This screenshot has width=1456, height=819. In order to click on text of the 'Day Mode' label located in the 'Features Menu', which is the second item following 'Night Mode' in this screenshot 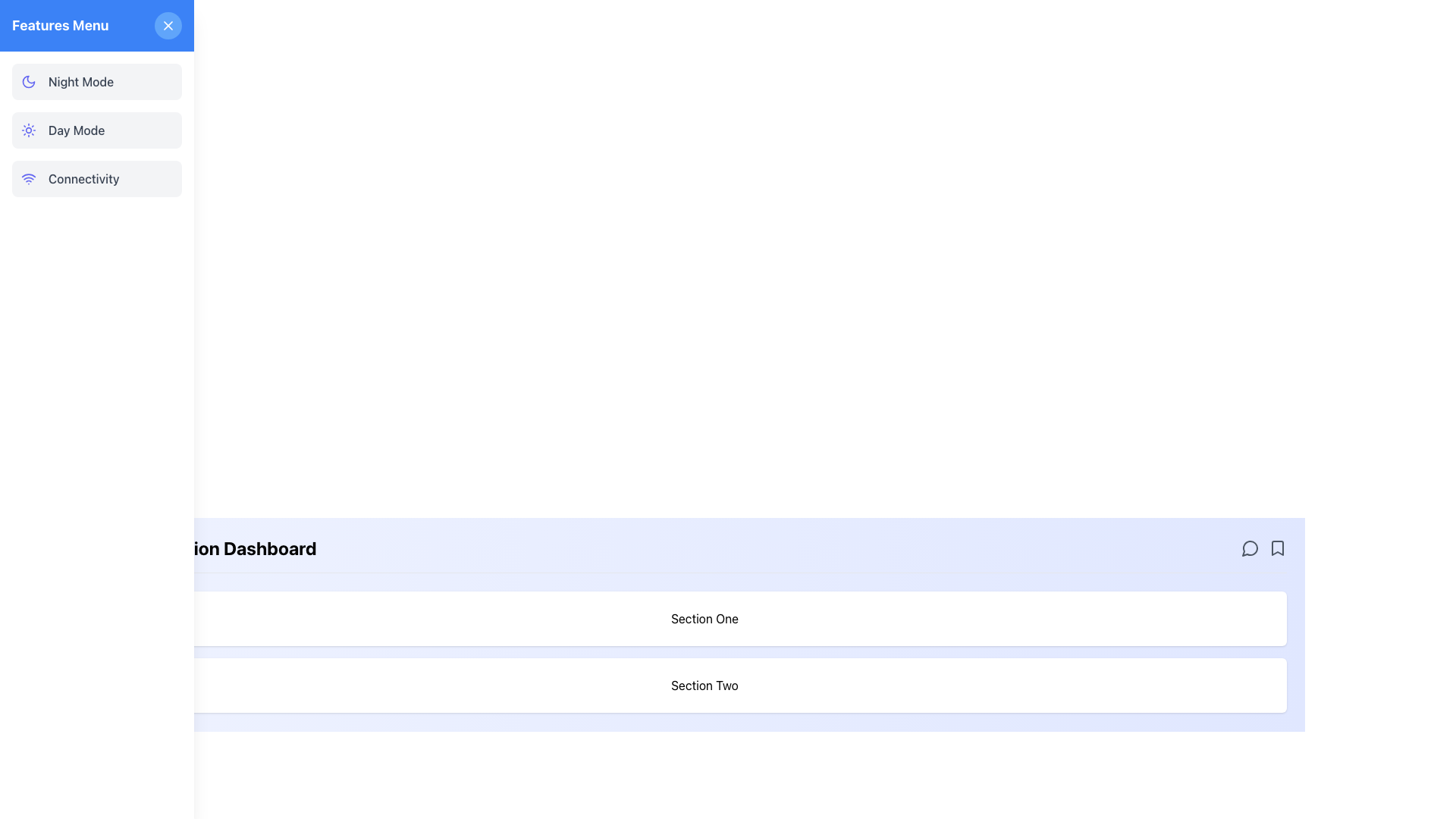, I will do `click(76, 130)`.